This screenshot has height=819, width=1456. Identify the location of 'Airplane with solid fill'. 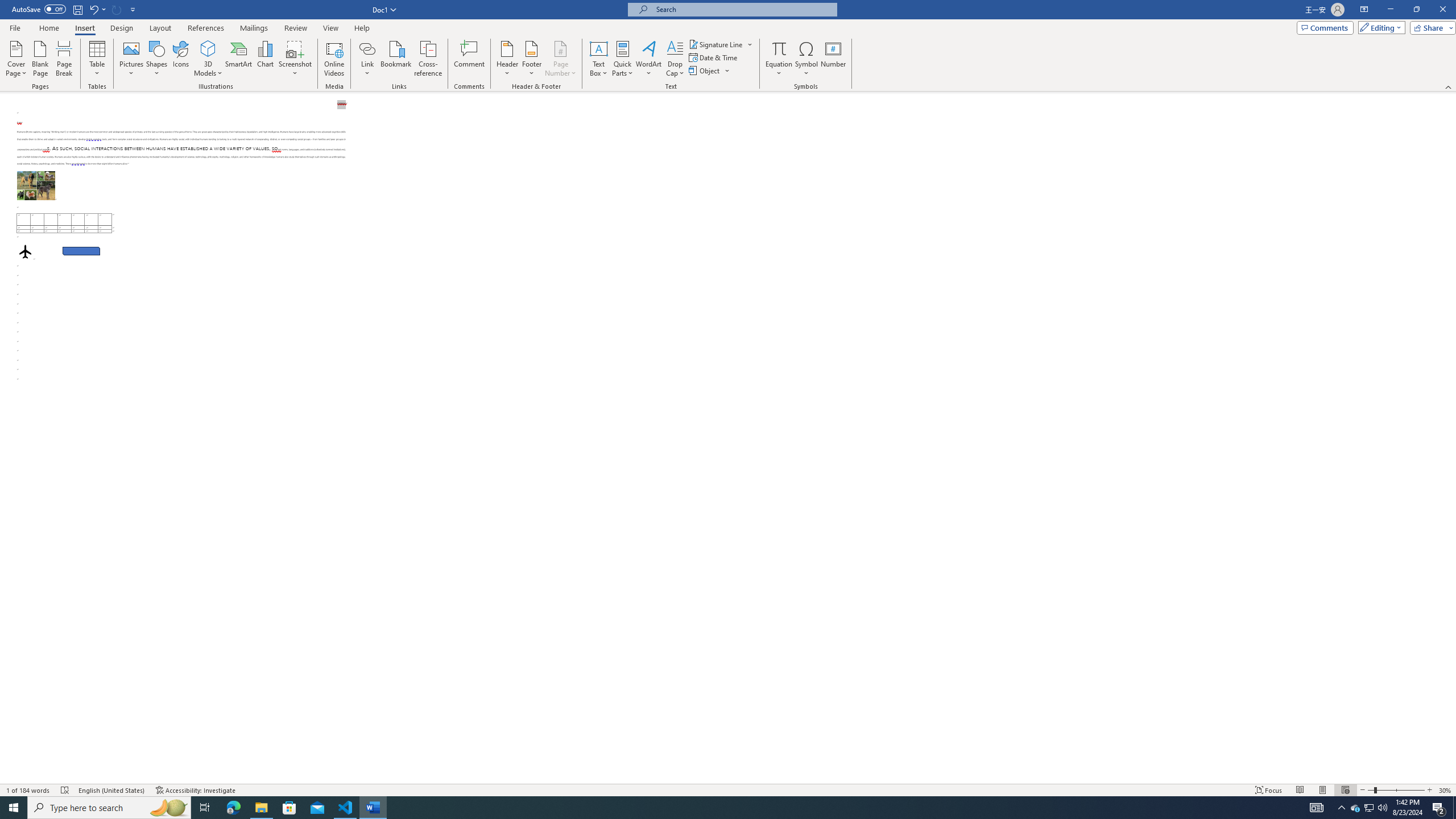
(25, 251).